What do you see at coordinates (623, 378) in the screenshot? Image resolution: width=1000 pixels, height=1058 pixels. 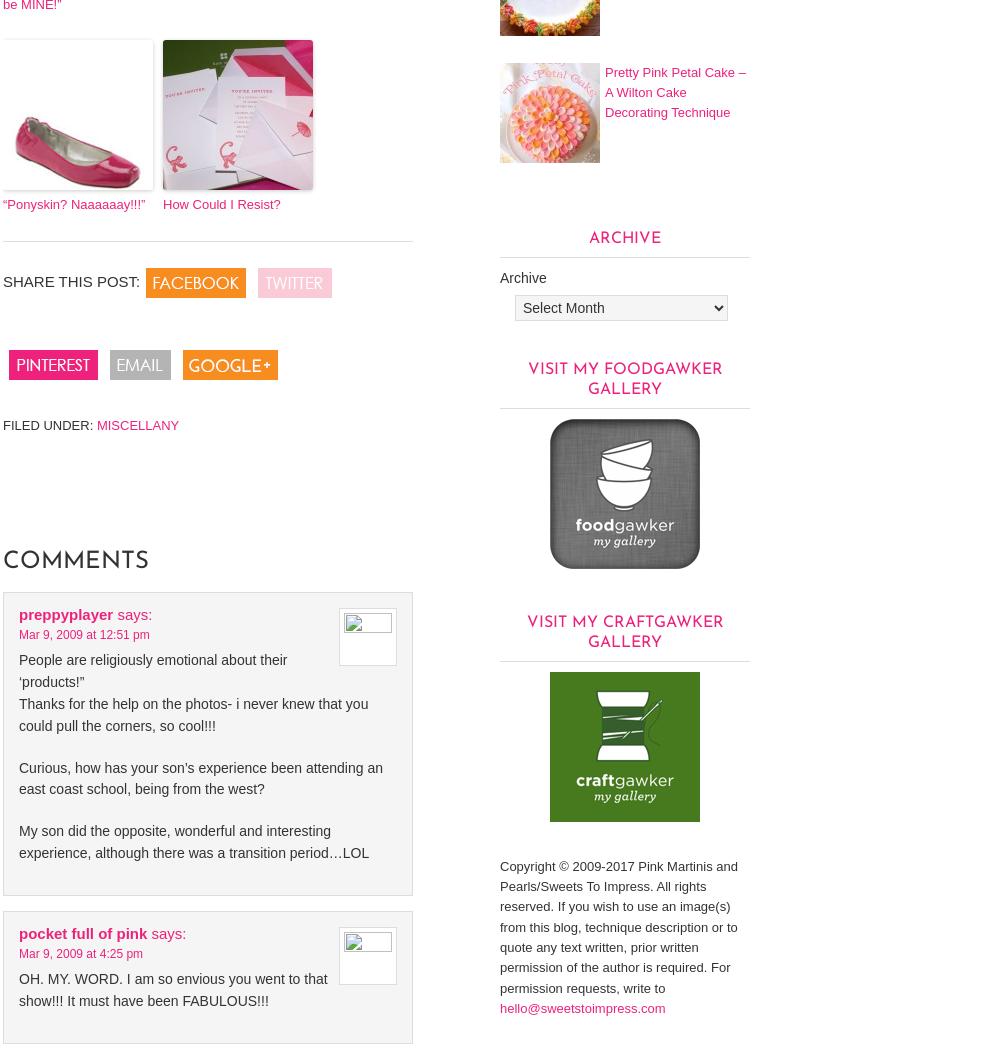 I see `'Visit My Foodgawker Gallery'` at bounding box center [623, 378].